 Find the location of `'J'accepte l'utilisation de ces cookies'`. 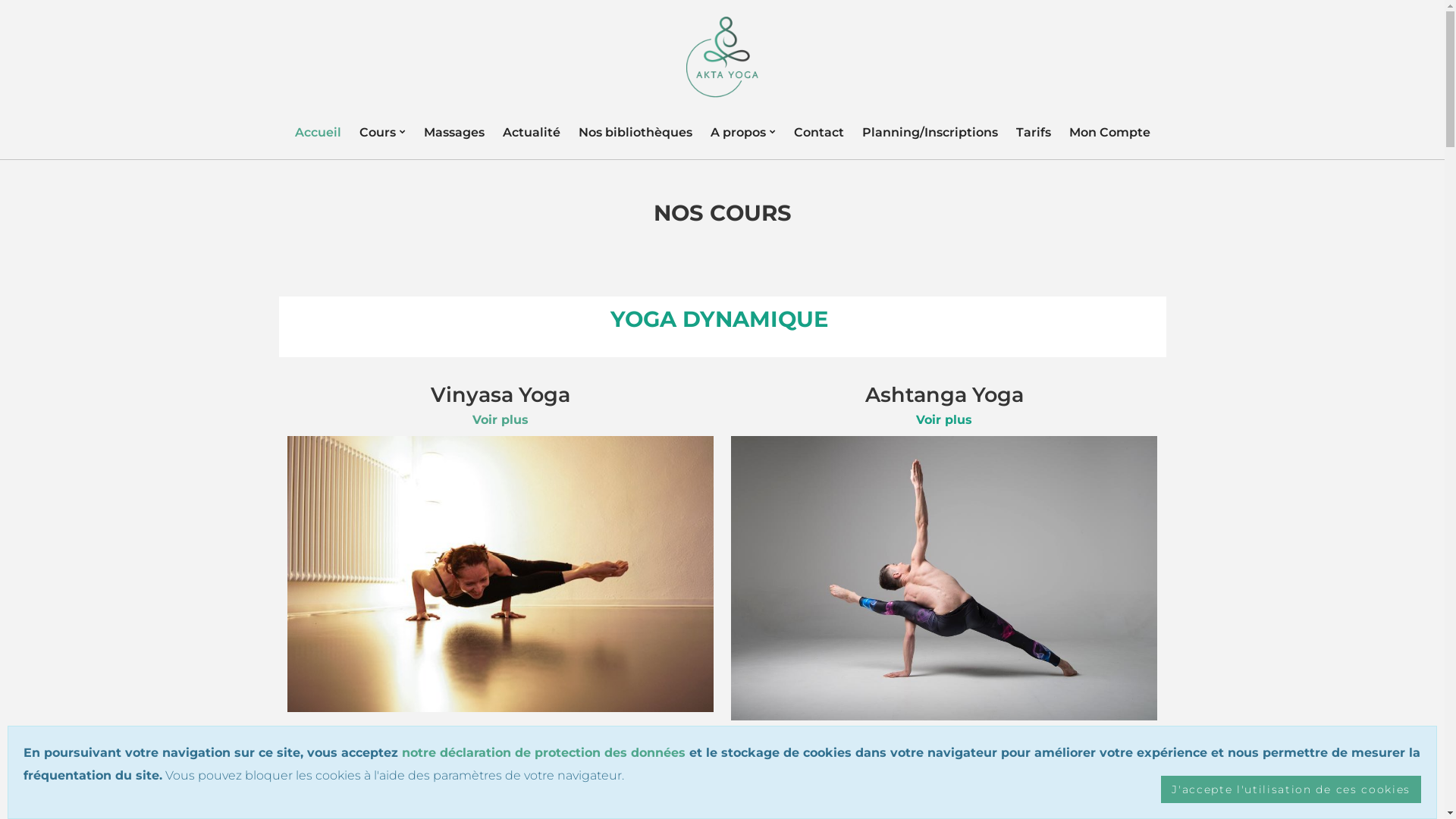

'J'accepte l'utilisation de ces cookies' is located at coordinates (1290, 789).